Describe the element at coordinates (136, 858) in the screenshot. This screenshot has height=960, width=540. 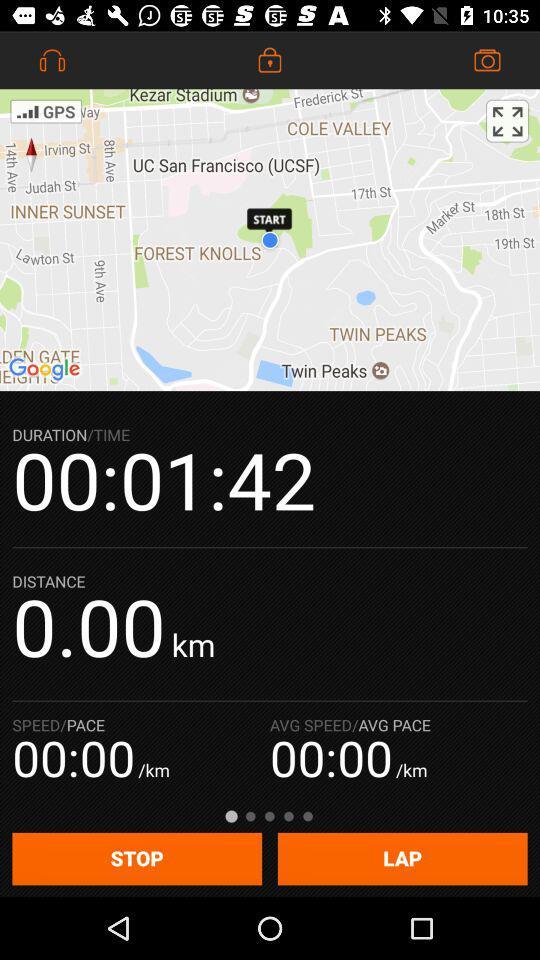
I see `stop item` at that location.